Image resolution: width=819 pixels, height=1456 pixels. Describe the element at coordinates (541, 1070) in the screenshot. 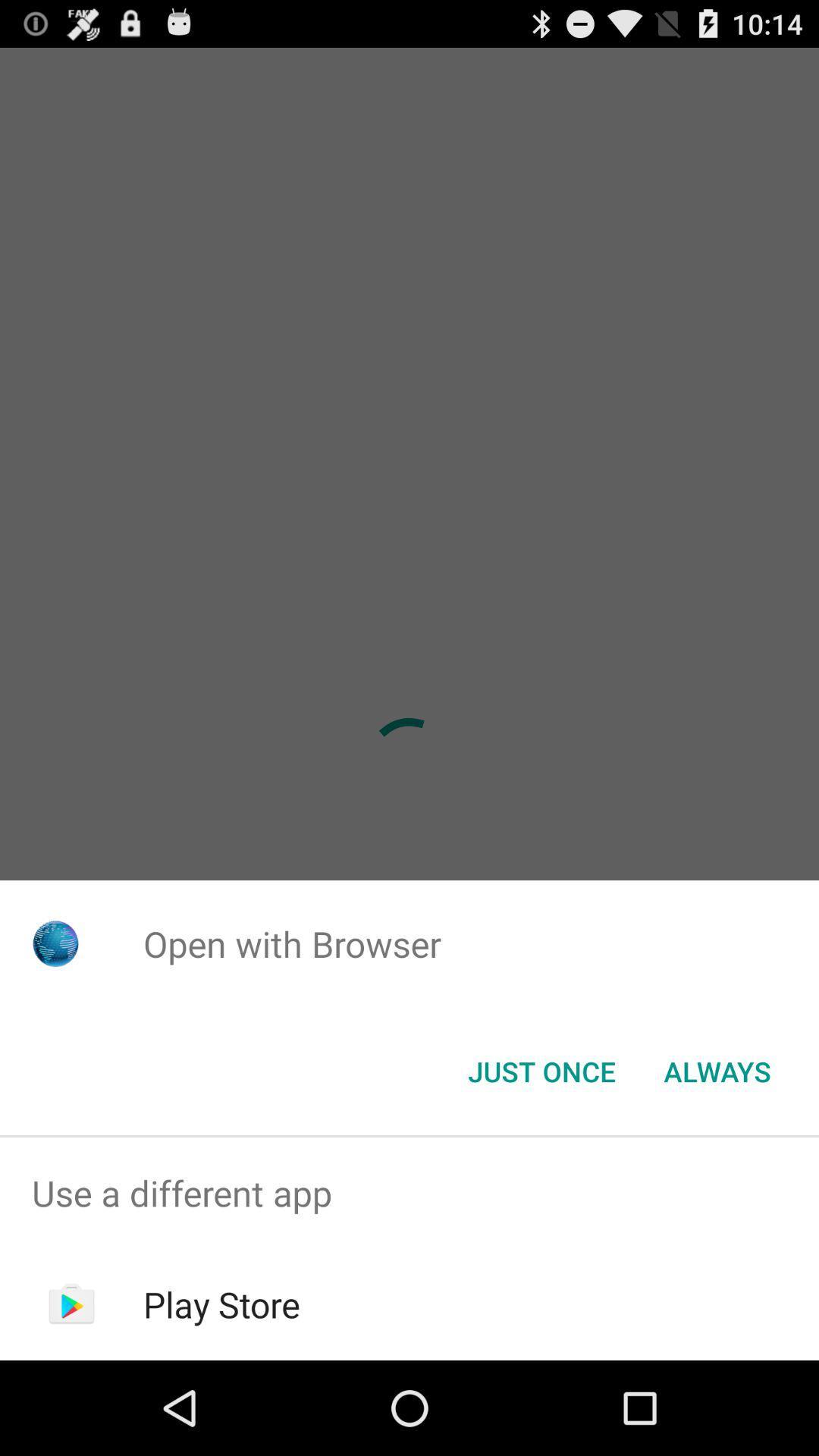

I see `just once item` at that location.